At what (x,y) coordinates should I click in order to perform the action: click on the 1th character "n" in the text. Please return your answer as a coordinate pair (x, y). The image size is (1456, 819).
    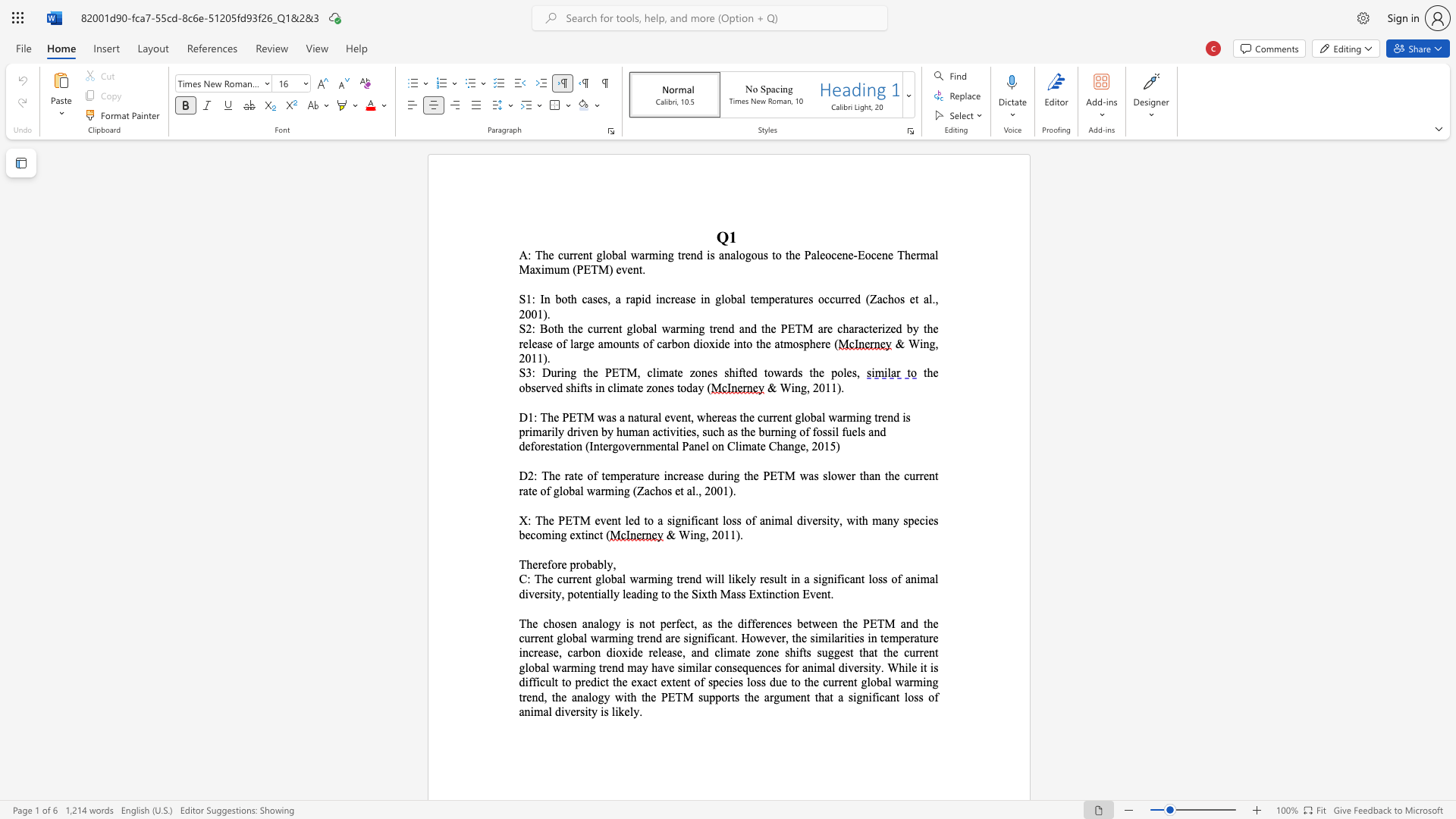
    Looking at the image, I should click on (686, 344).